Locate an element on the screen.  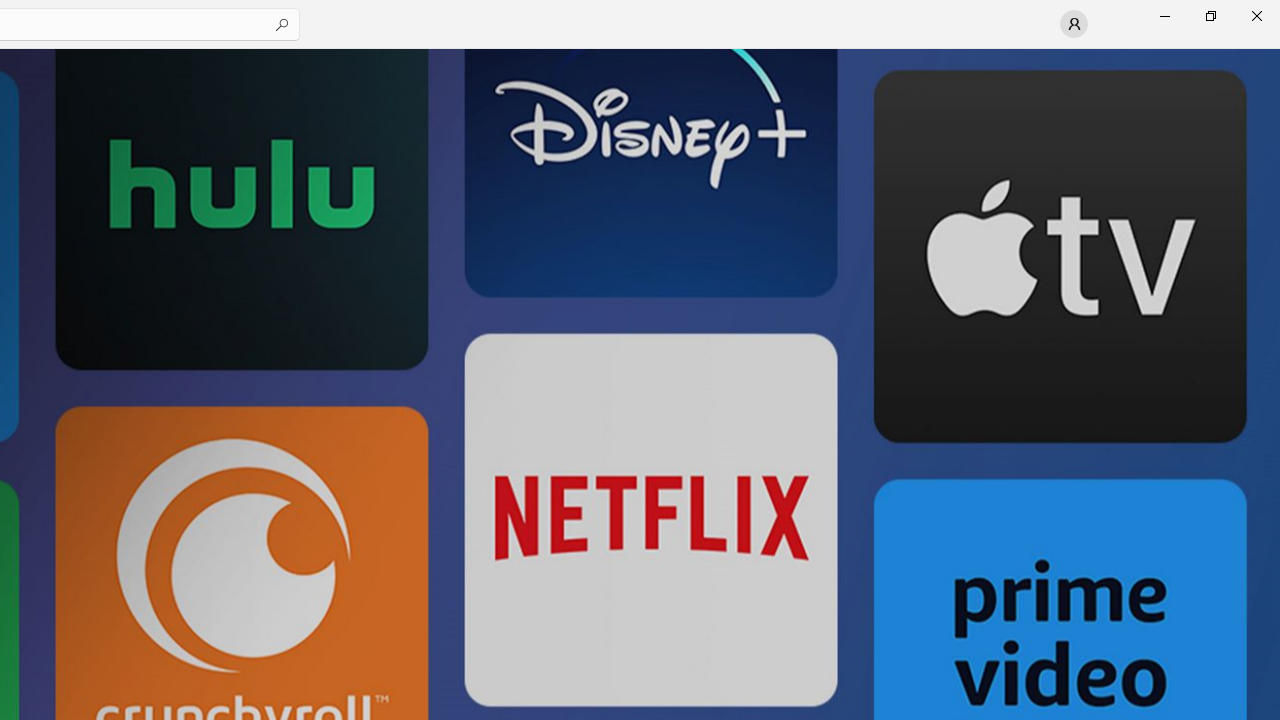
'User profile' is located at coordinates (1072, 24).